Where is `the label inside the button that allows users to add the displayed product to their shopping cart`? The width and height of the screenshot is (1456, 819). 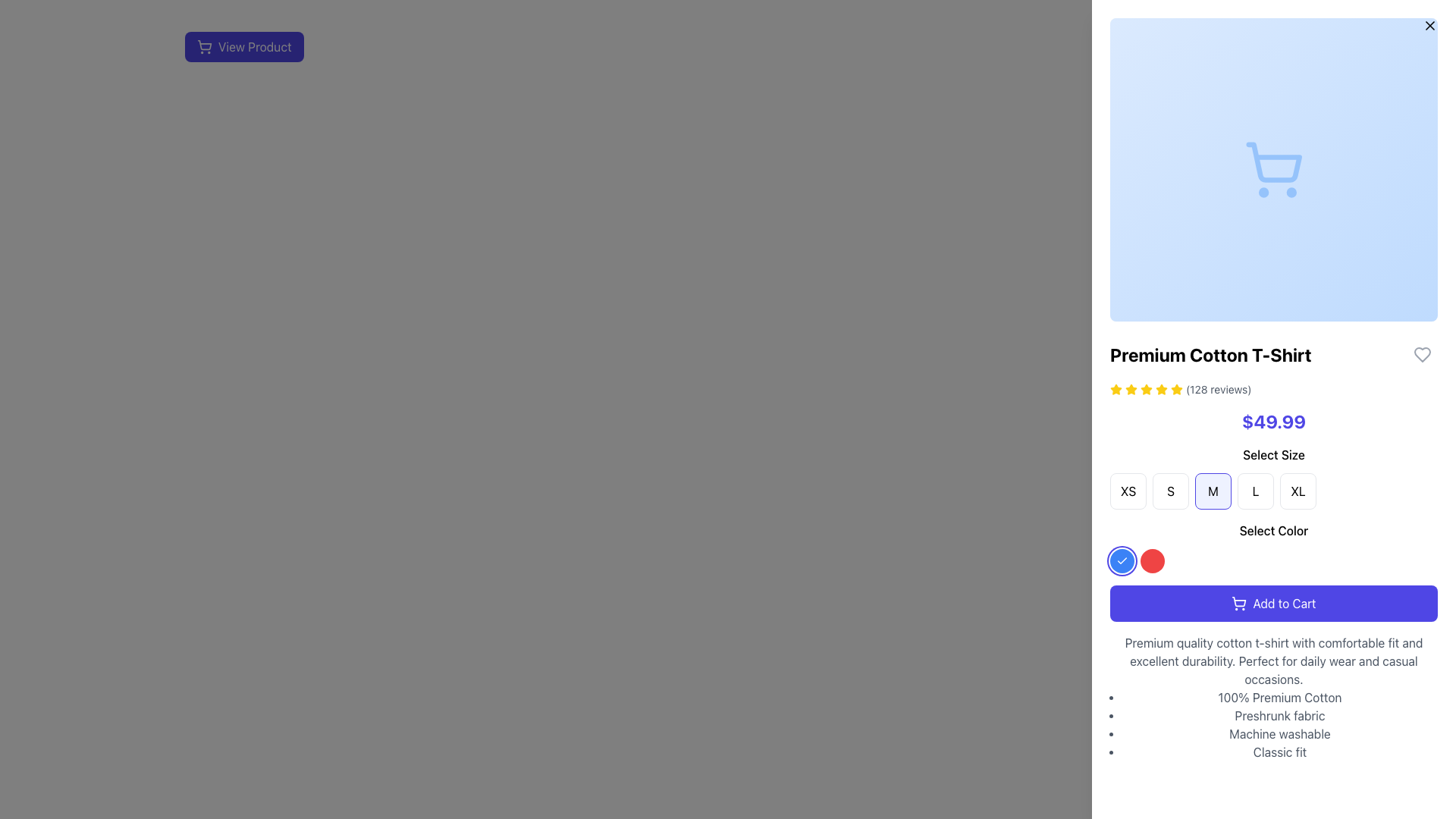
the label inside the button that allows users to add the displayed product to their shopping cart is located at coordinates (1284, 602).